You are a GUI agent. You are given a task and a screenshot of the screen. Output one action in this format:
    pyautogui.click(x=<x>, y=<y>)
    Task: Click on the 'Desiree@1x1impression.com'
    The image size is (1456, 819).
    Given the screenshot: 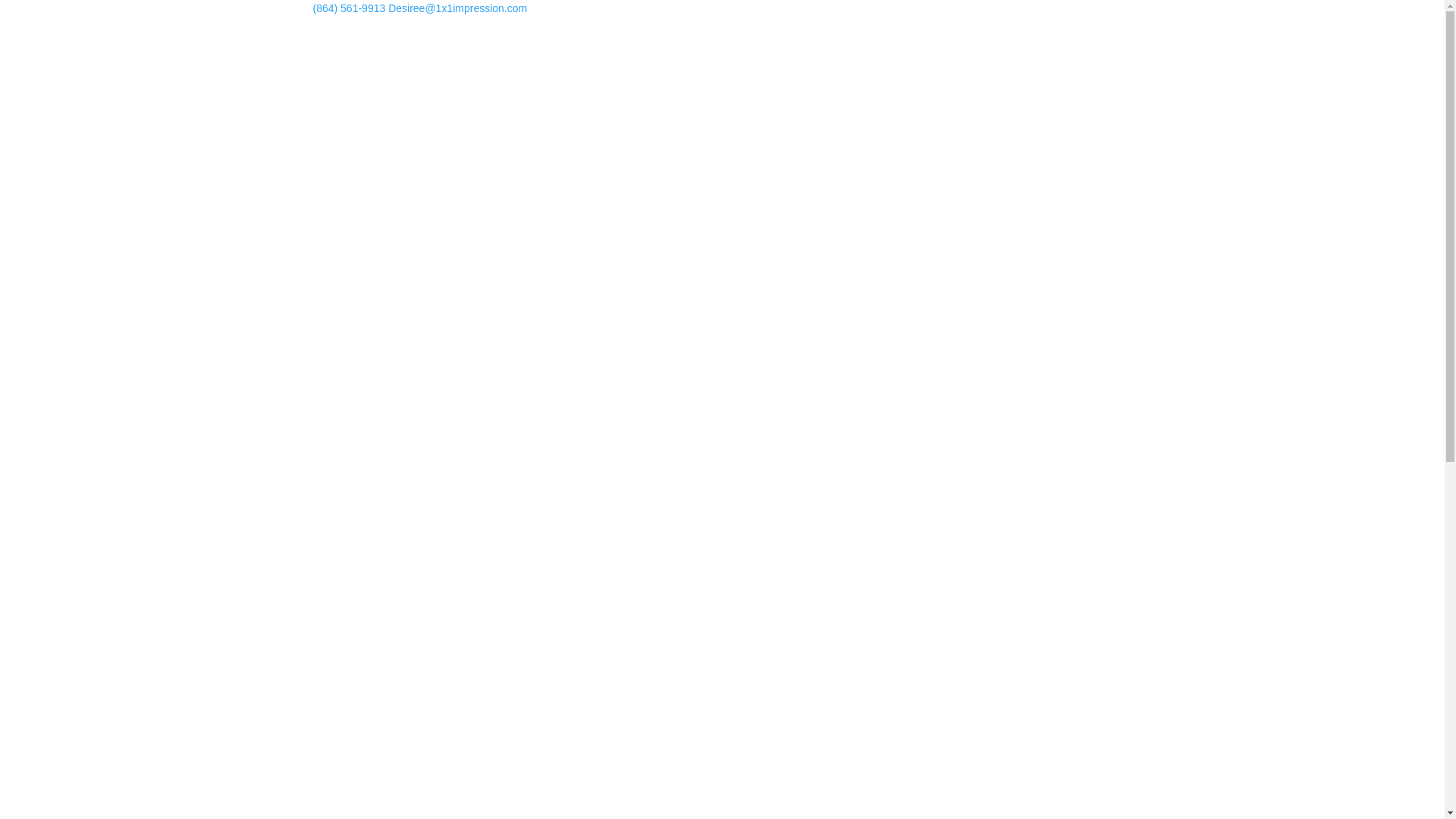 What is the action you would take?
    pyautogui.click(x=457, y=8)
    